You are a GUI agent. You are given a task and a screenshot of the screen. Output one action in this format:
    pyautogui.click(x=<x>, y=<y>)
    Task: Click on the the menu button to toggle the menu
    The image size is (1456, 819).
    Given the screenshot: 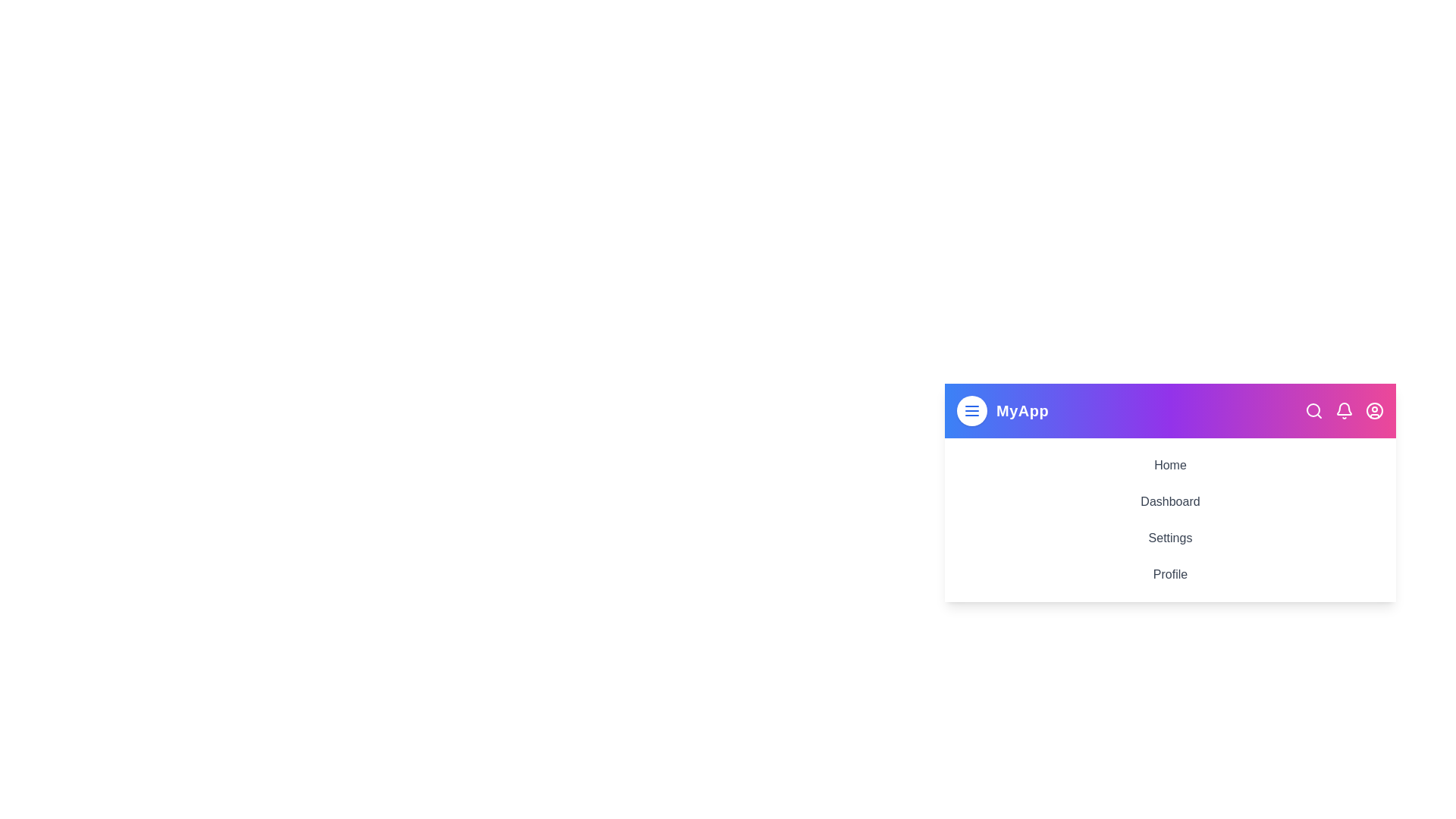 What is the action you would take?
    pyautogui.click(x=971, y=411)
    